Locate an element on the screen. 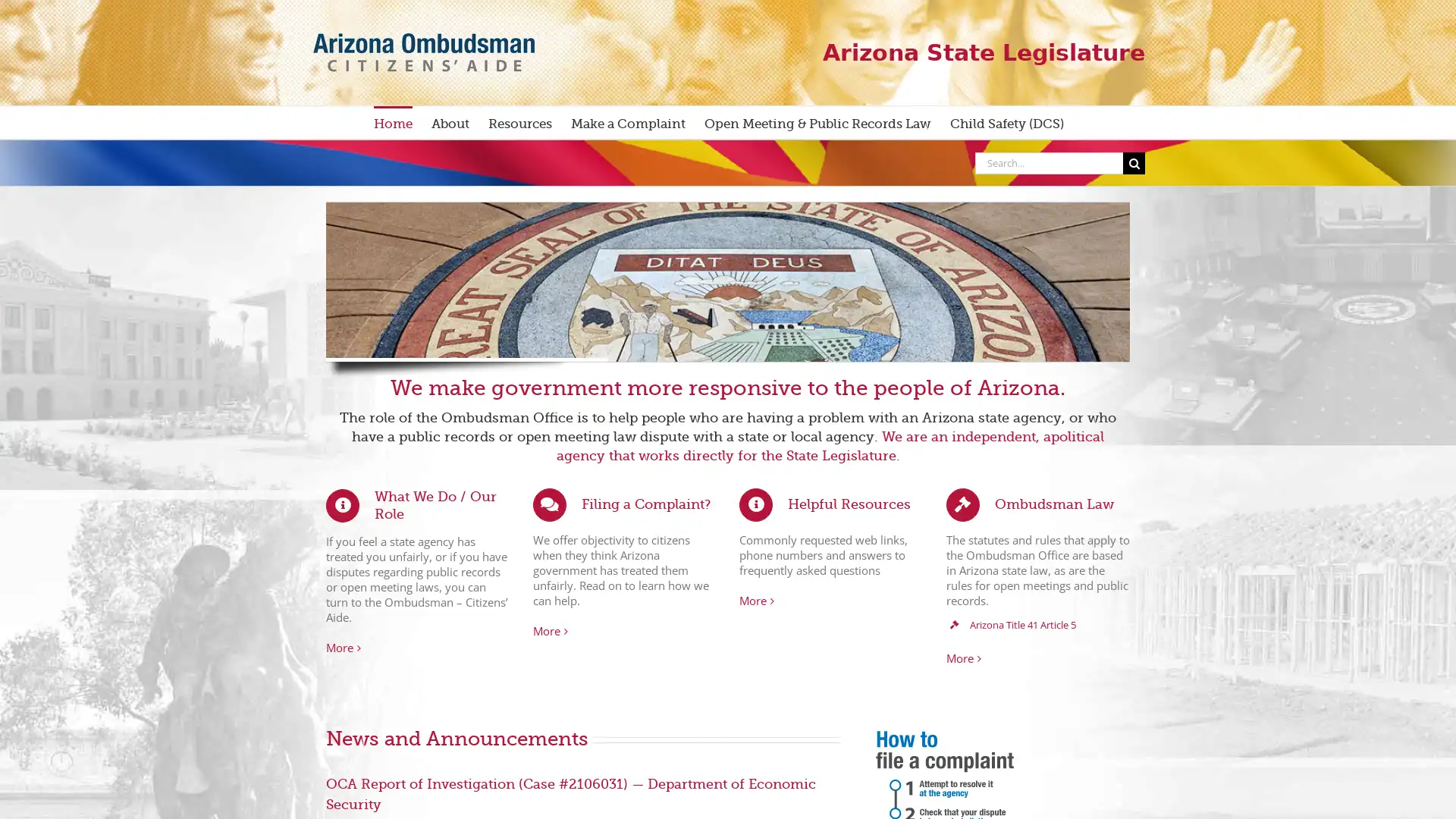  Search is located at coordinates (1134, 162).